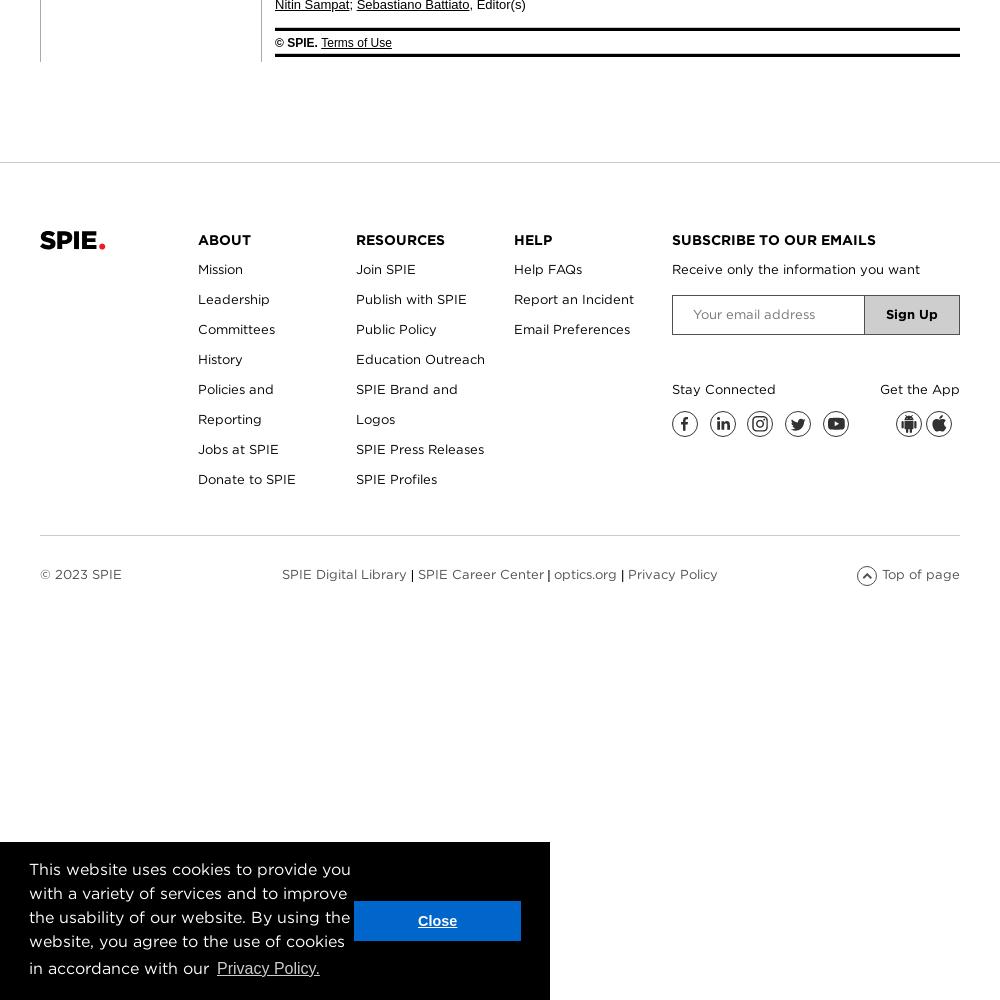 Image resolution: width=1000 pixels, height=1000 pixels. What do you see at coordinates (912, 312) in the screenshot?
I see `'Sign Up'` at bounding box center [912, 312].